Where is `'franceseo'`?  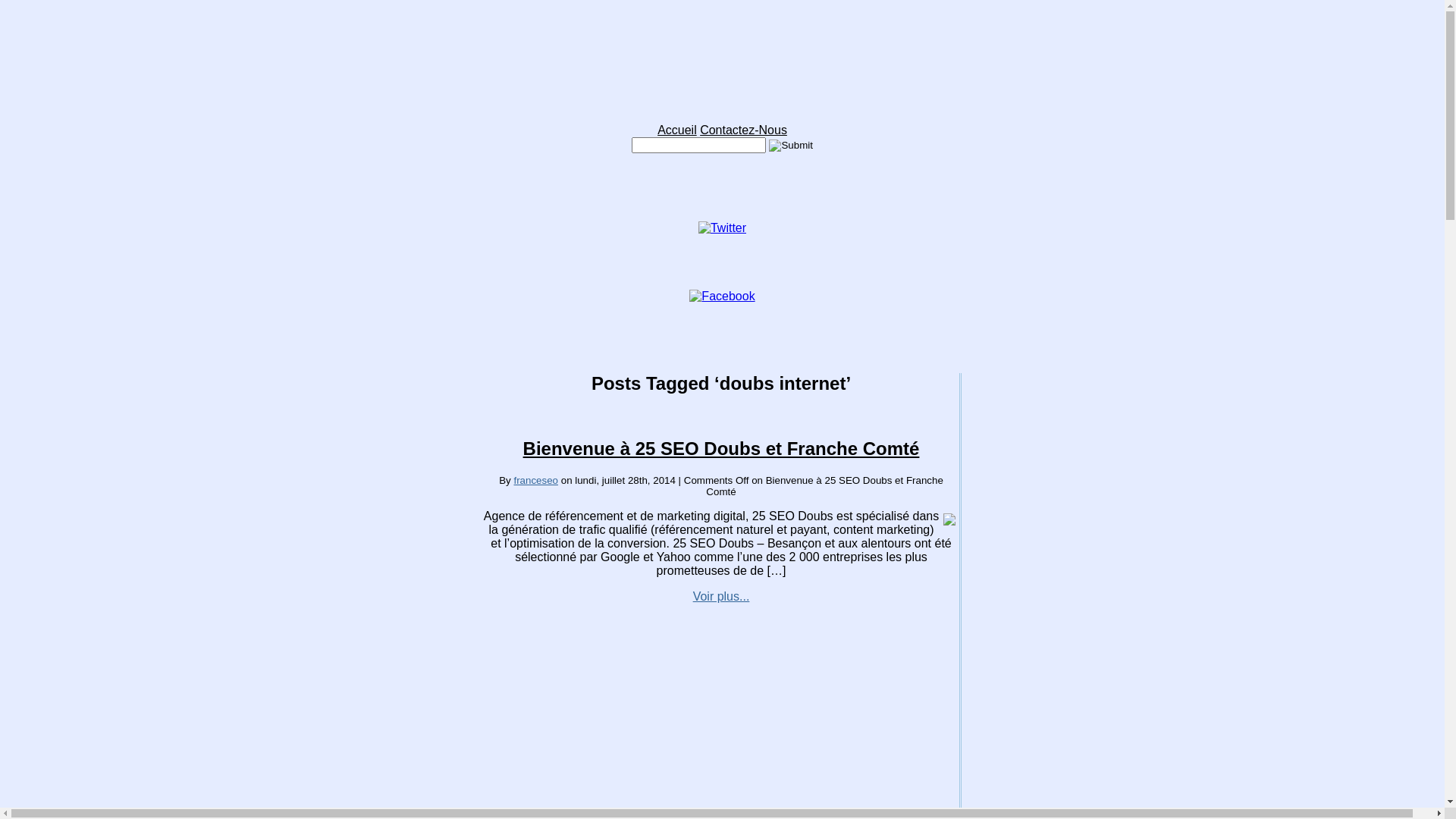 'franceseo' is located at coordinates (535, 480).